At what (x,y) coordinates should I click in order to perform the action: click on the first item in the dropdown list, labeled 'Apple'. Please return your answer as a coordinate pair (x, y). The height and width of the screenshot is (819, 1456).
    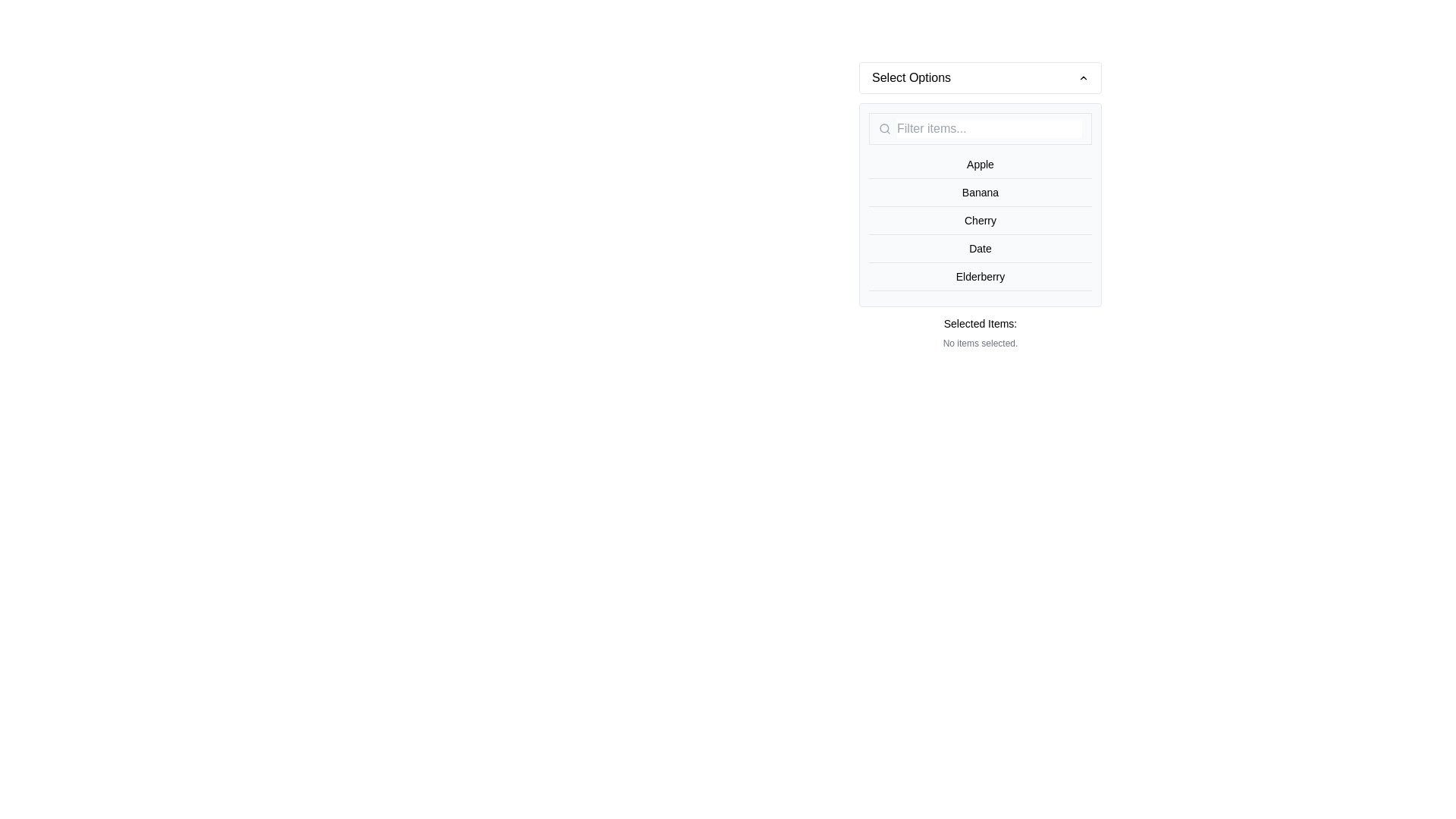
    Looking at the image, I should click on (980, 165).